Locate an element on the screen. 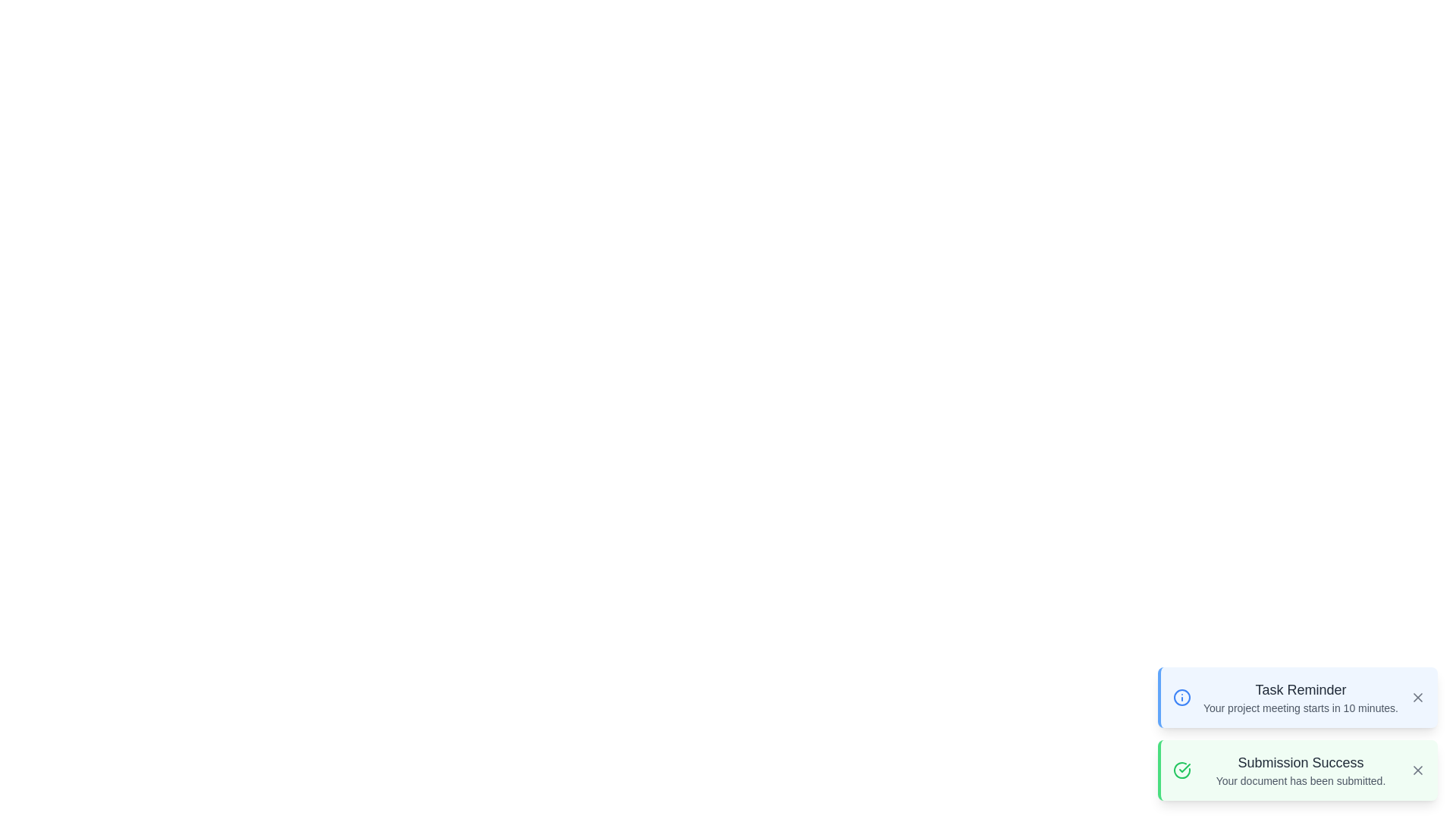 The image size is (1456, 819). close button on the Snackbar with title Submission Success is located at coordinates (1417, 770).